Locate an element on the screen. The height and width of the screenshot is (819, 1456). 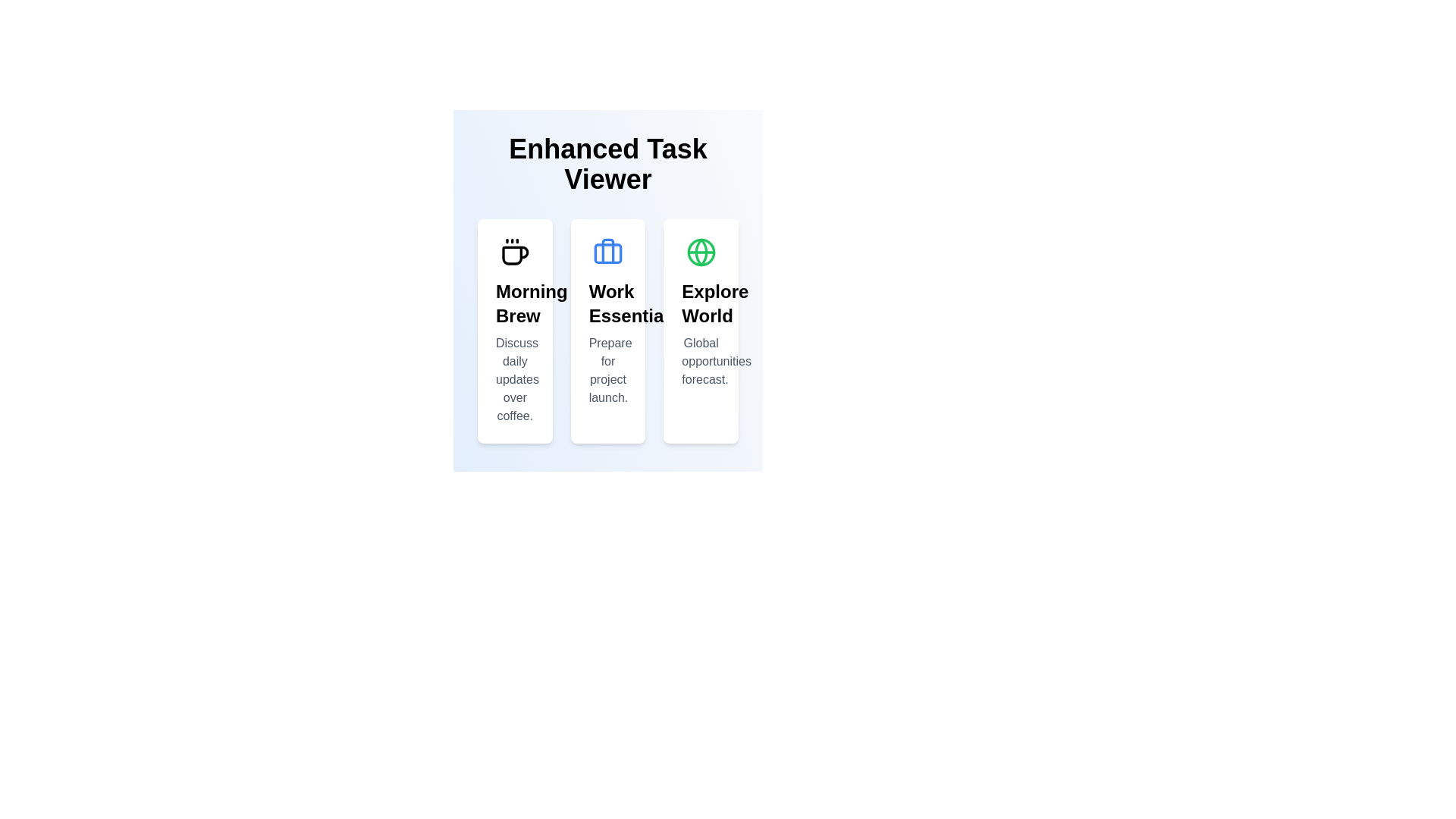
the 'Work Essentials' icon, which is centrally located within the second card of the three-card layout in the 'Enhanced Task Viewer' is located at coordinates (607, 251).